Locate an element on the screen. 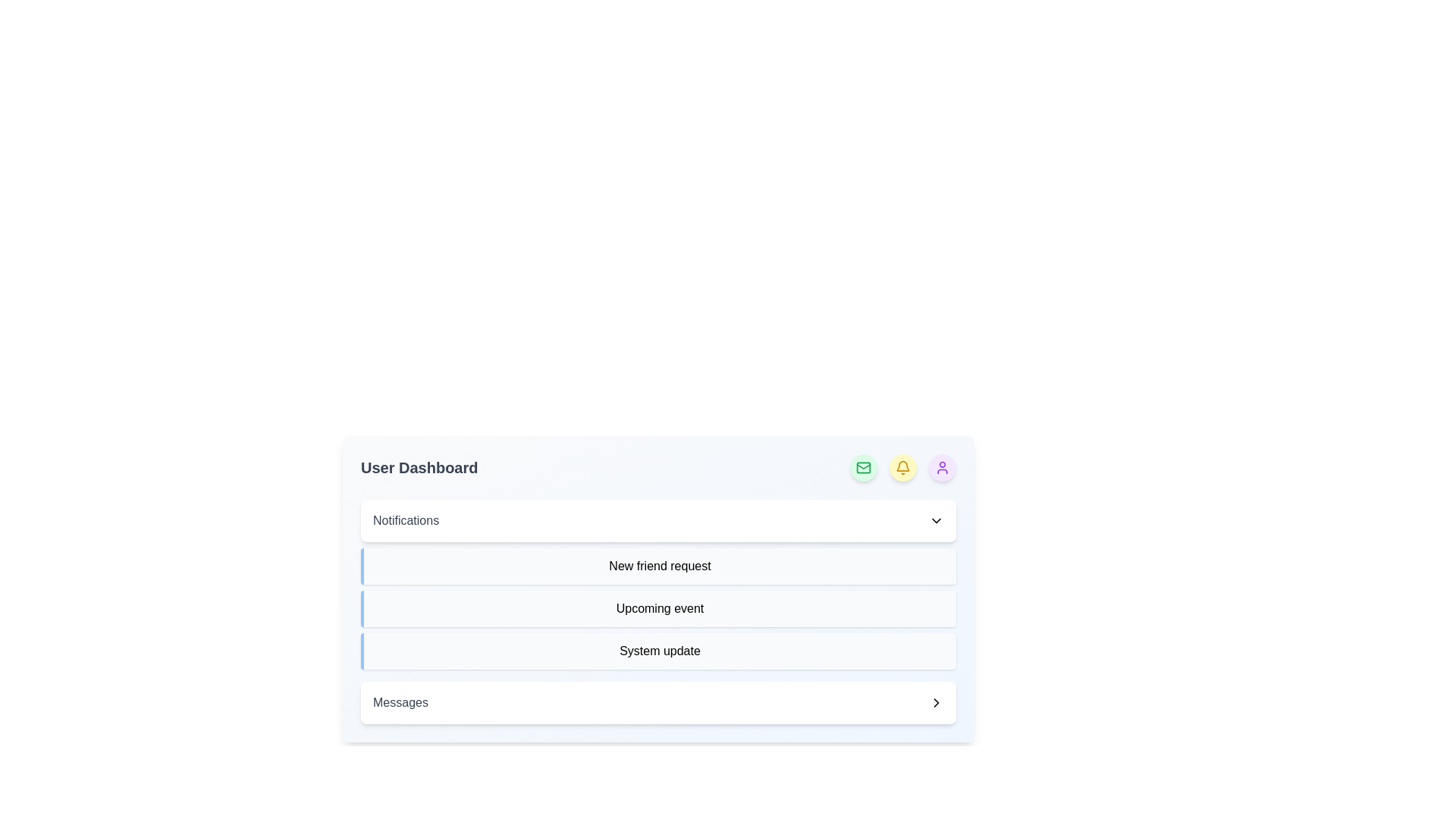 The image size is (1456, 819). the right-pointing chevron icon located on the far right side of the 'Messages' section is located at coordinates (935, 702).